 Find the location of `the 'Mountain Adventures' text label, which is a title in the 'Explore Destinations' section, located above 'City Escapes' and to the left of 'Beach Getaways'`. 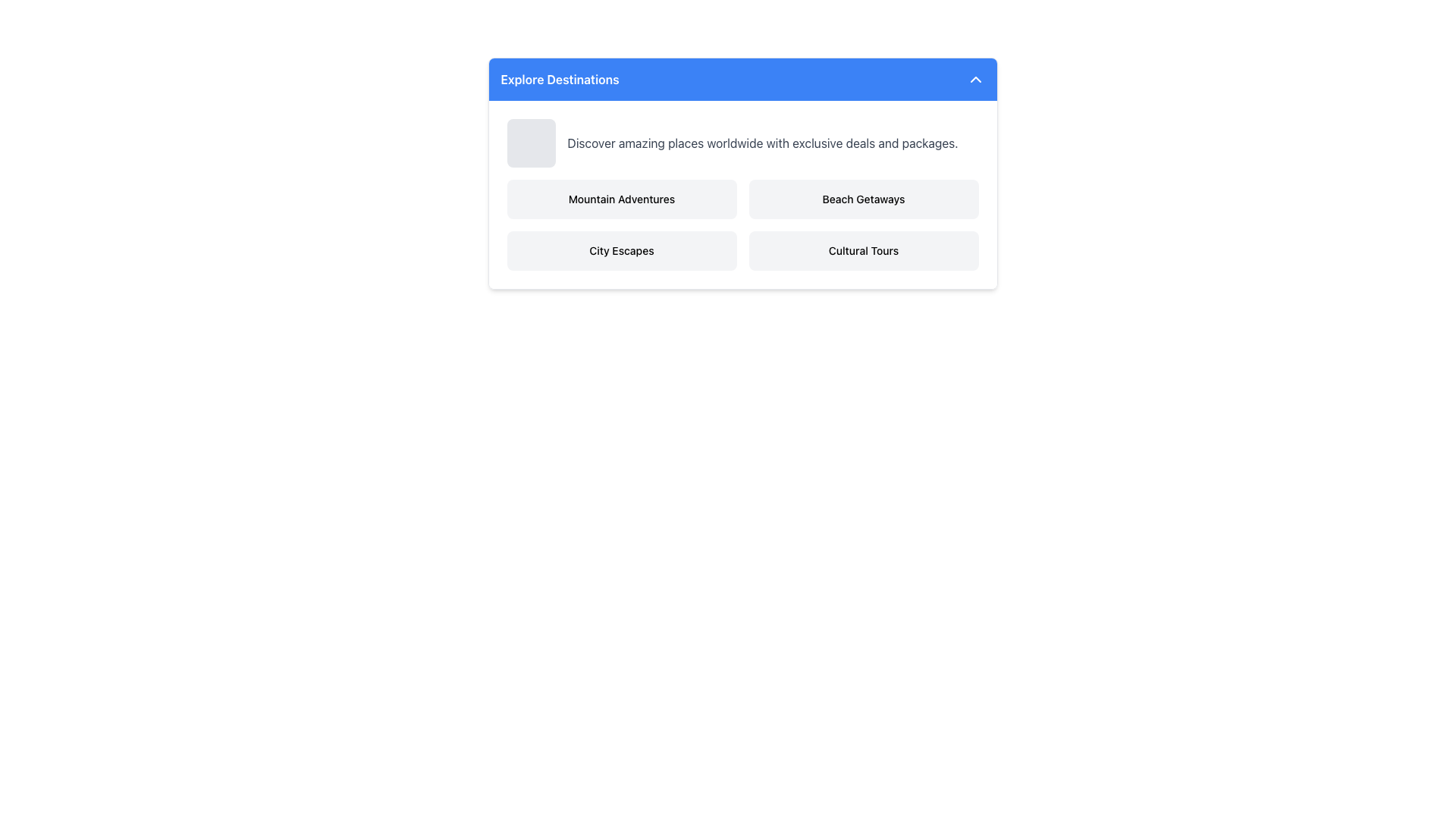

the 'Mountain Adventures' text label, which is a title in the 'Explore Destinations' section, located above 'City Escapes' and to the left of 'Beach Getaways' is located at coordinates (622, 198).